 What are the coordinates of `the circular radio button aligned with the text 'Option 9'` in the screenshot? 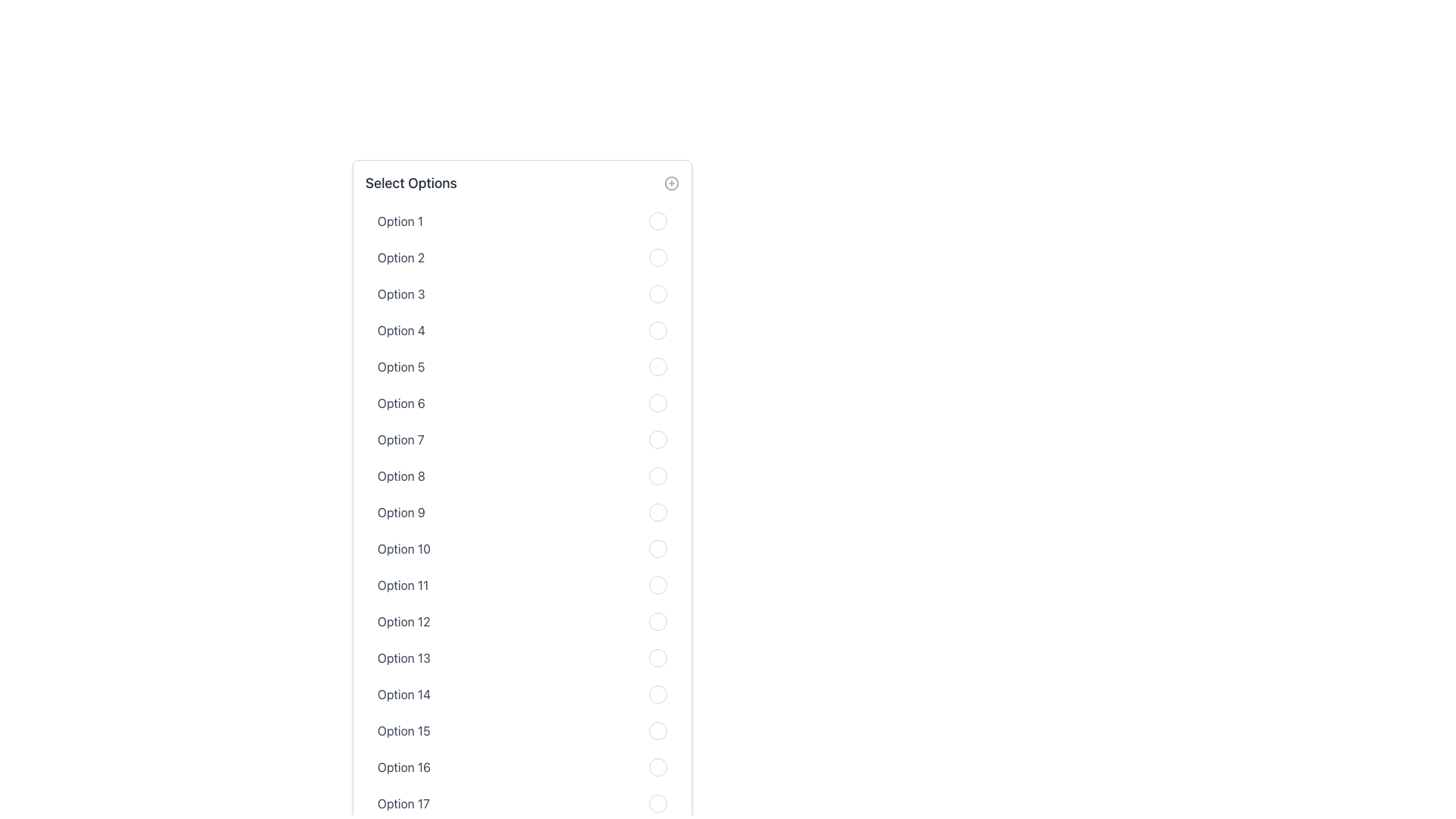 It's located at (658, 512).